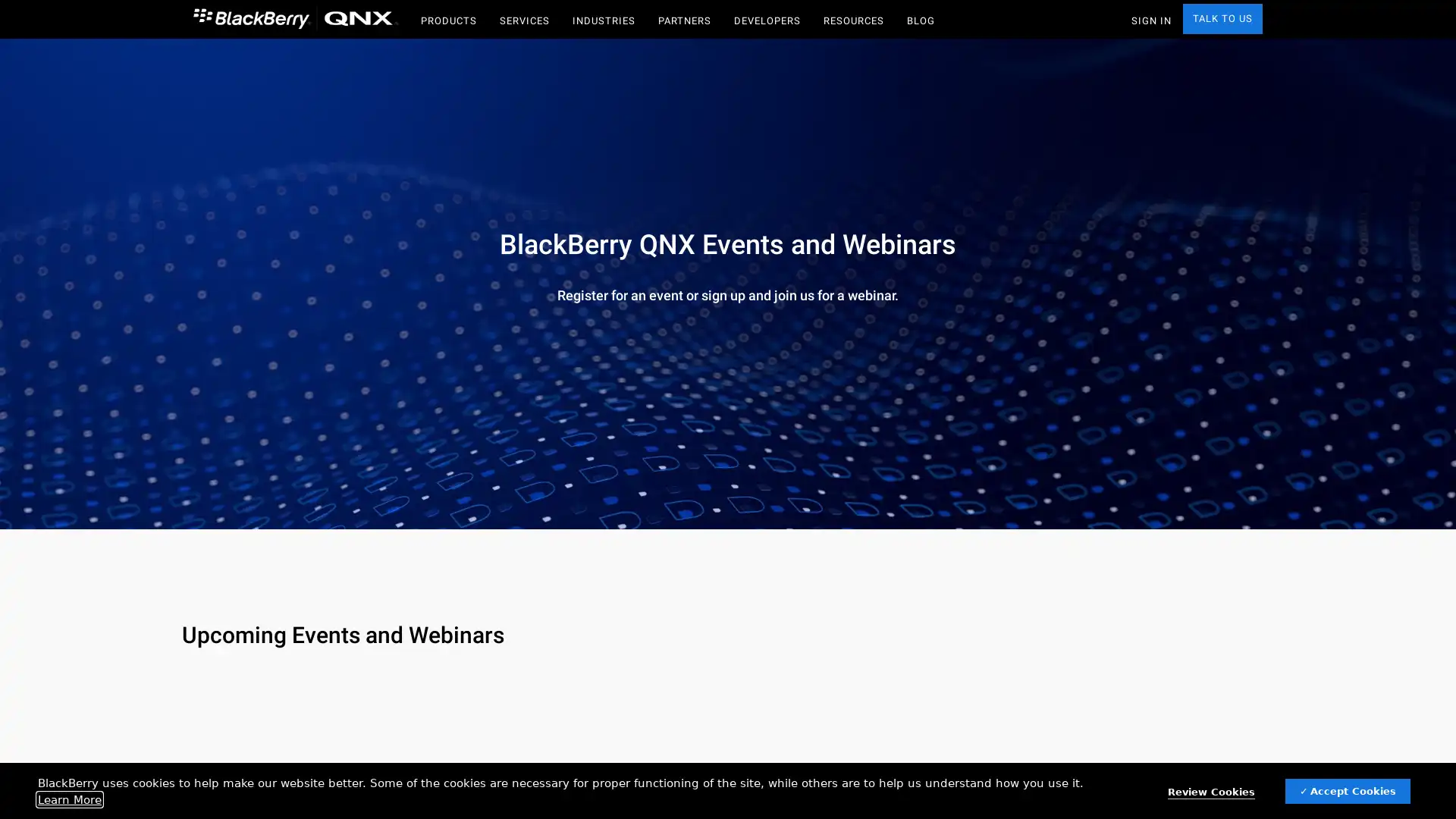 This screenshot has width=1456, height=819. I want to click on Review Cookies, so click(1210, 792).